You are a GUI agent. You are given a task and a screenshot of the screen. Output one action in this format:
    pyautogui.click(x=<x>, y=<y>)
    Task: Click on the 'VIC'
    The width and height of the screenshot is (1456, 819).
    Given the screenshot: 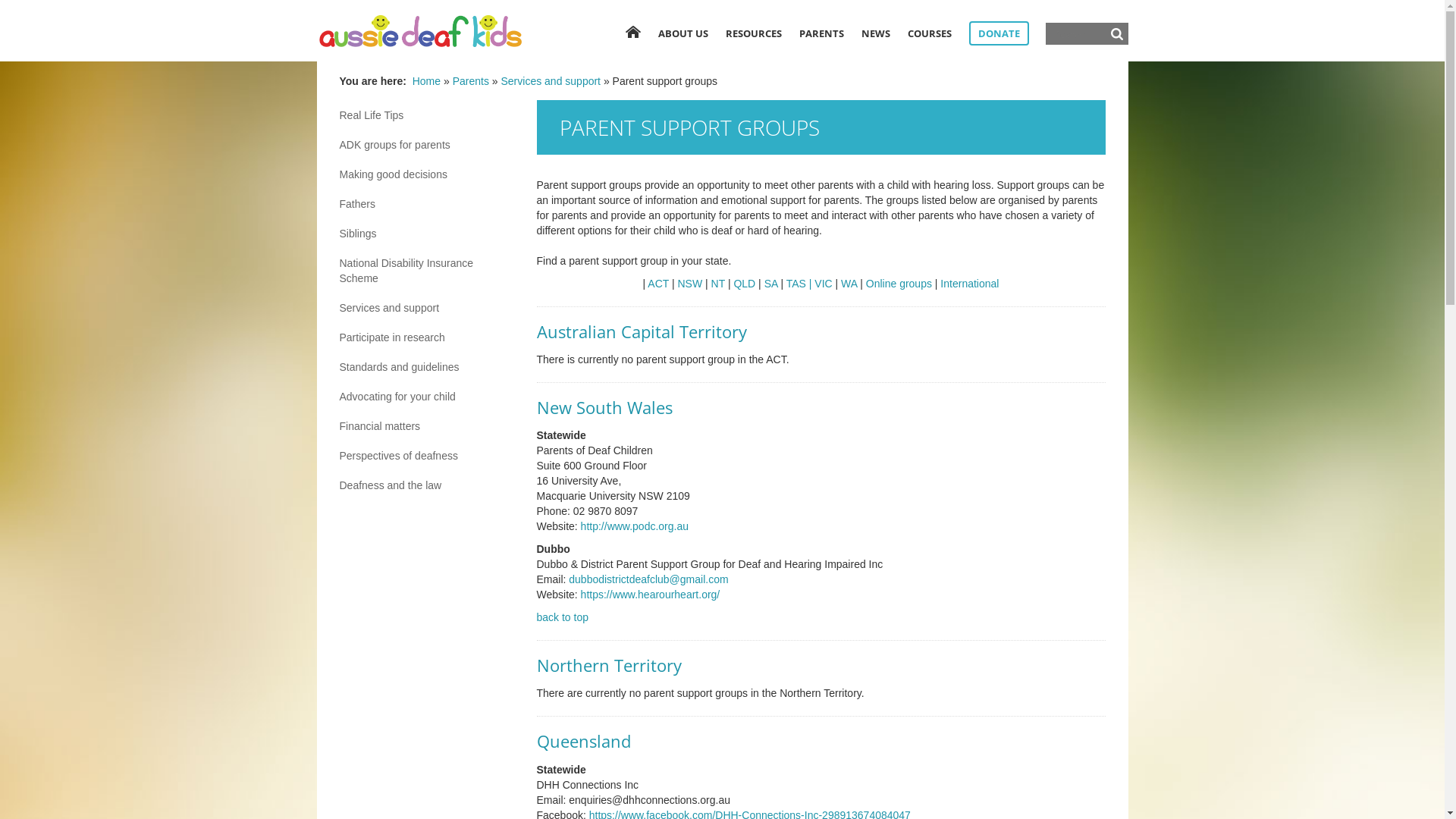 What is the action you would take?
    pyautogui.click(x=822, y=284)
    